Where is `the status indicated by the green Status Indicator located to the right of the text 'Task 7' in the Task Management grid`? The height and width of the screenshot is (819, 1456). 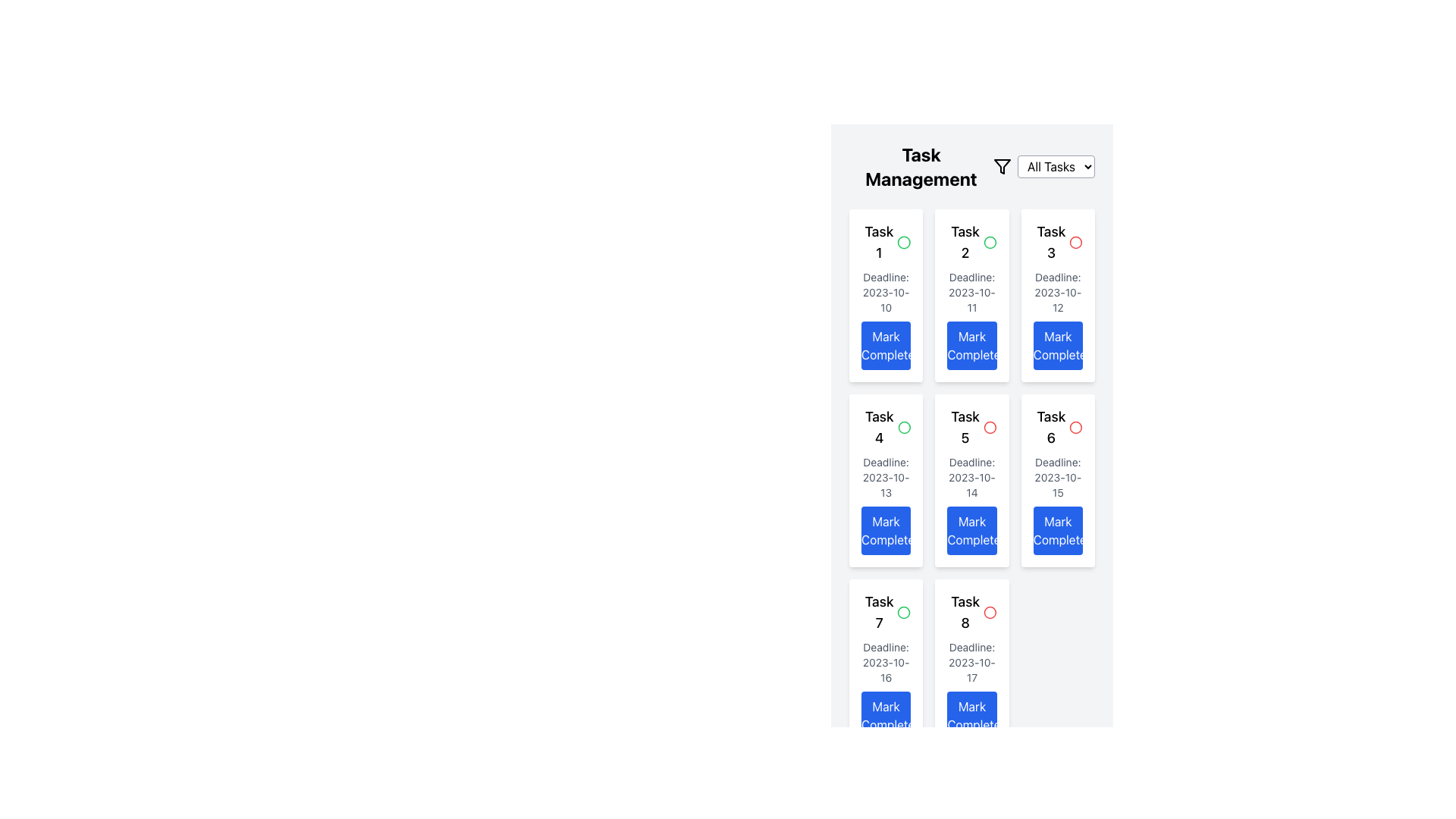
the status indicated by the green Status Indicator located to the right of the text 'Task 7' in the Task Management grid is located at coordinates (904, 611).